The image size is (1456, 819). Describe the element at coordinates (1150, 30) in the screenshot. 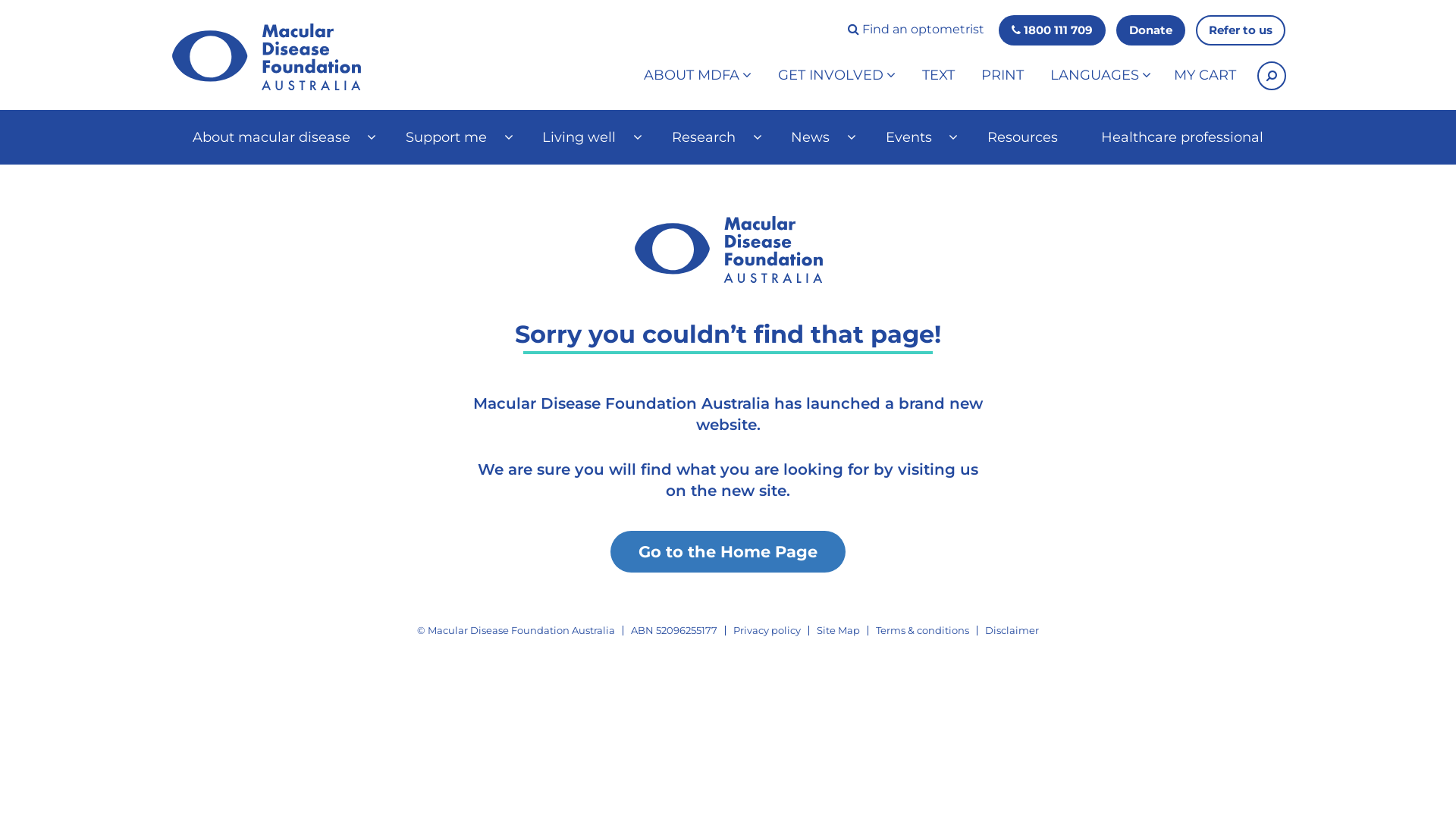

I see `'Donate'` at that location.